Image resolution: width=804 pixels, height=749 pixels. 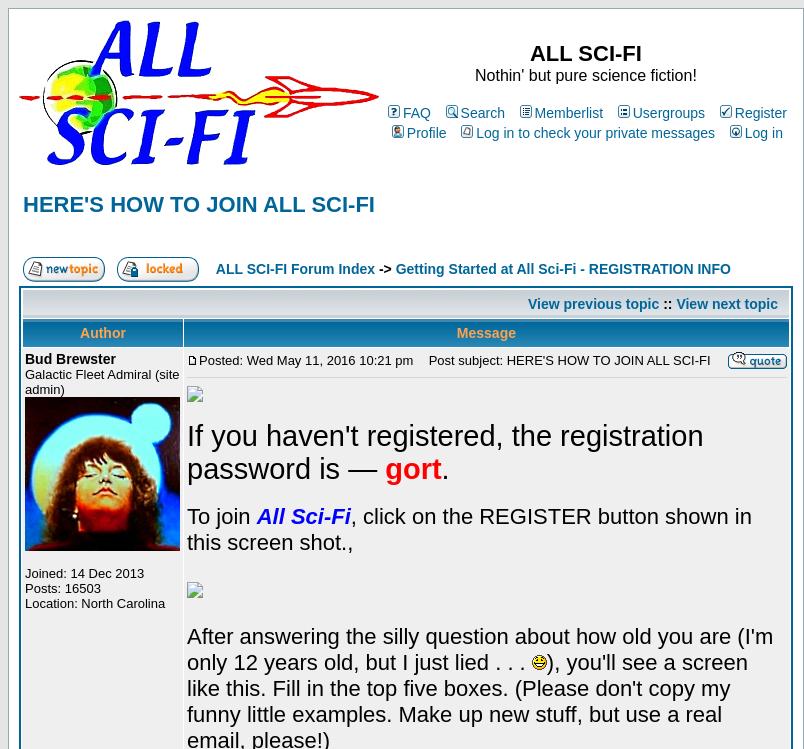 What do you see at coordinates (534, 113) in the screenshot?
I see `'Memberlist'` at bounding box center [534, 113].